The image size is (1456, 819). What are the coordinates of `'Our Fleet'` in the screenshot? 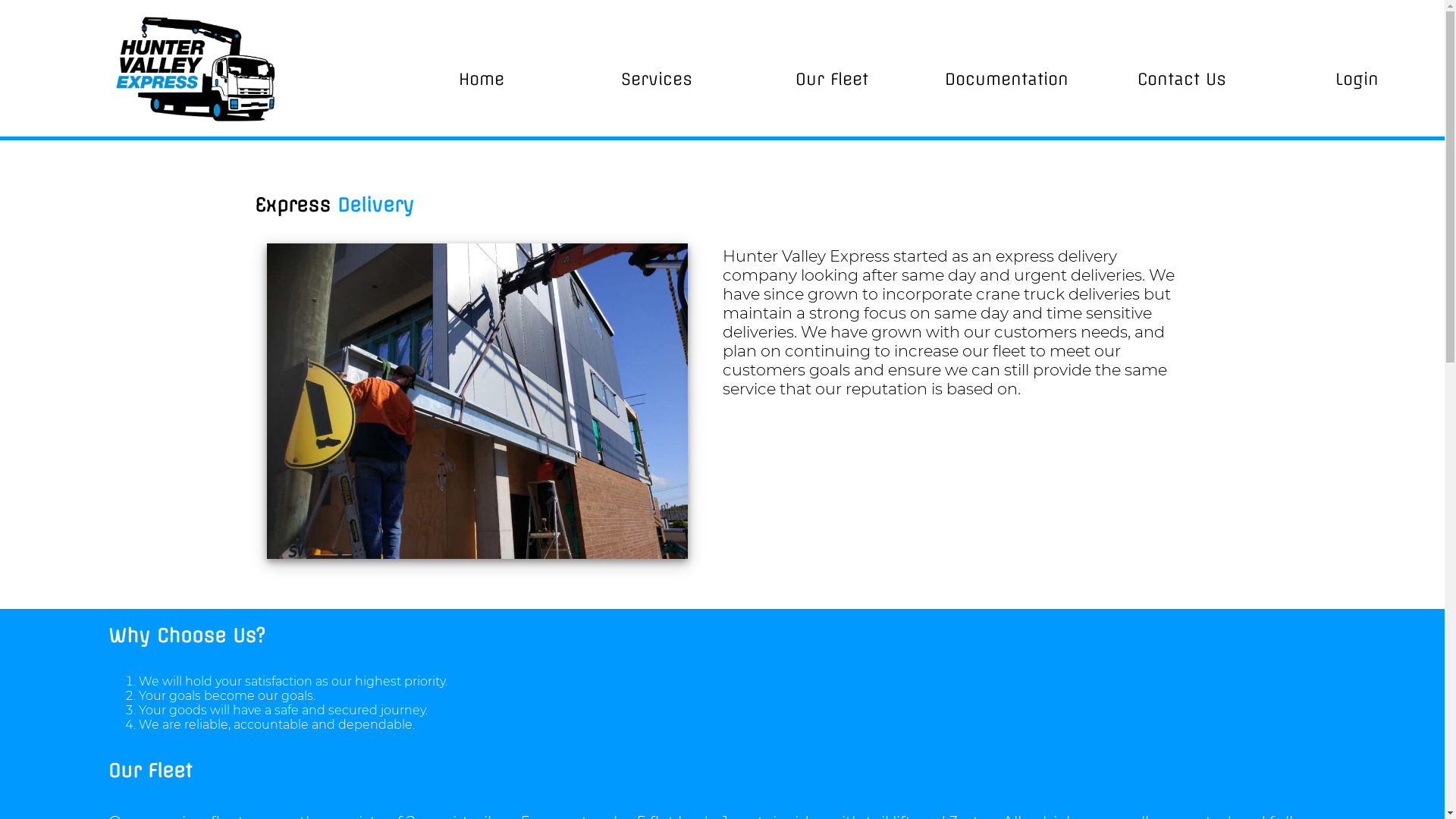 It's located at (831, 79).